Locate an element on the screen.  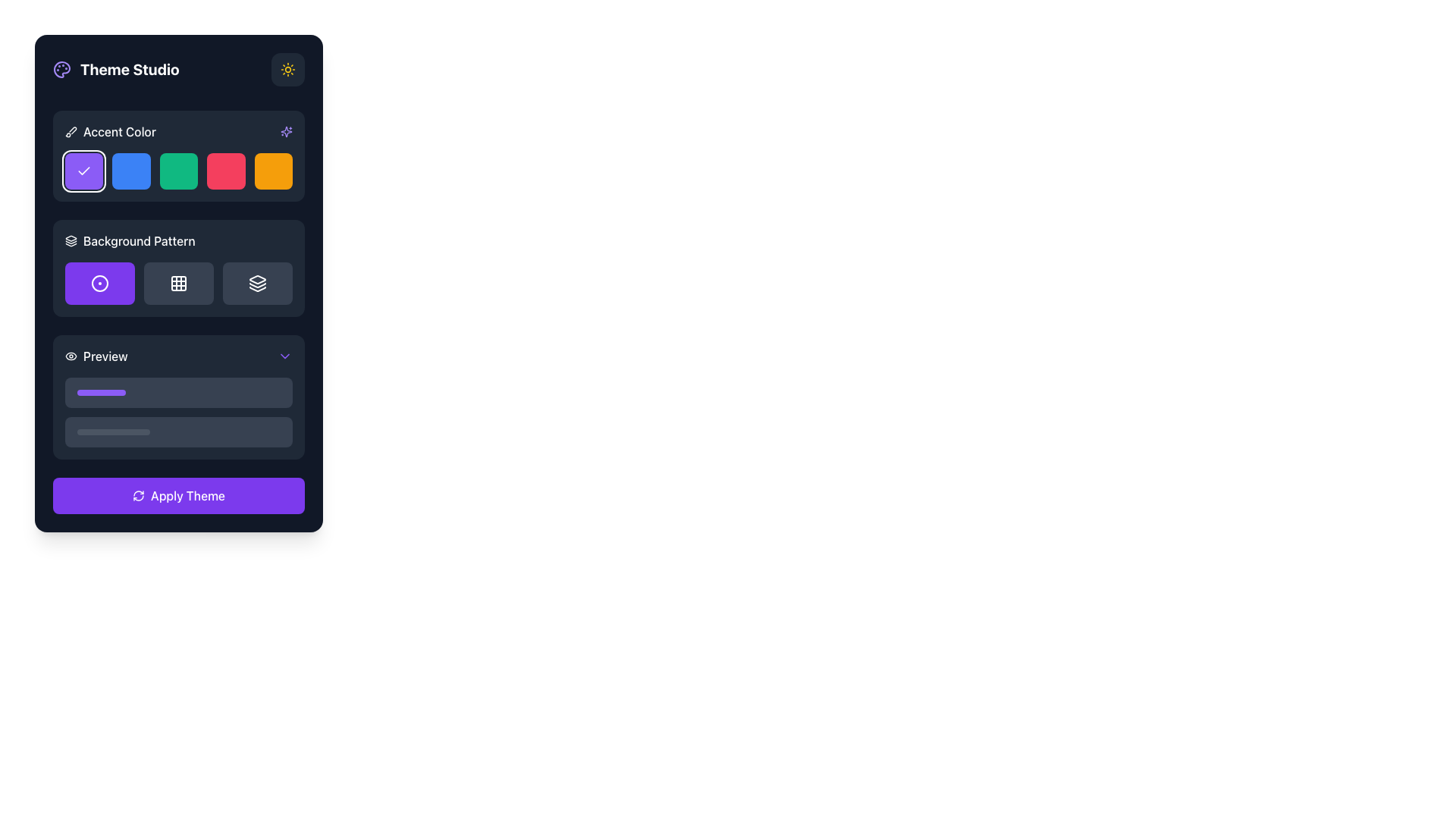
the rightmost icon button, which consists of three stylized stacked rectangles in white color, located in the 'Background Pattern' section is located at coordinates (258, 284).